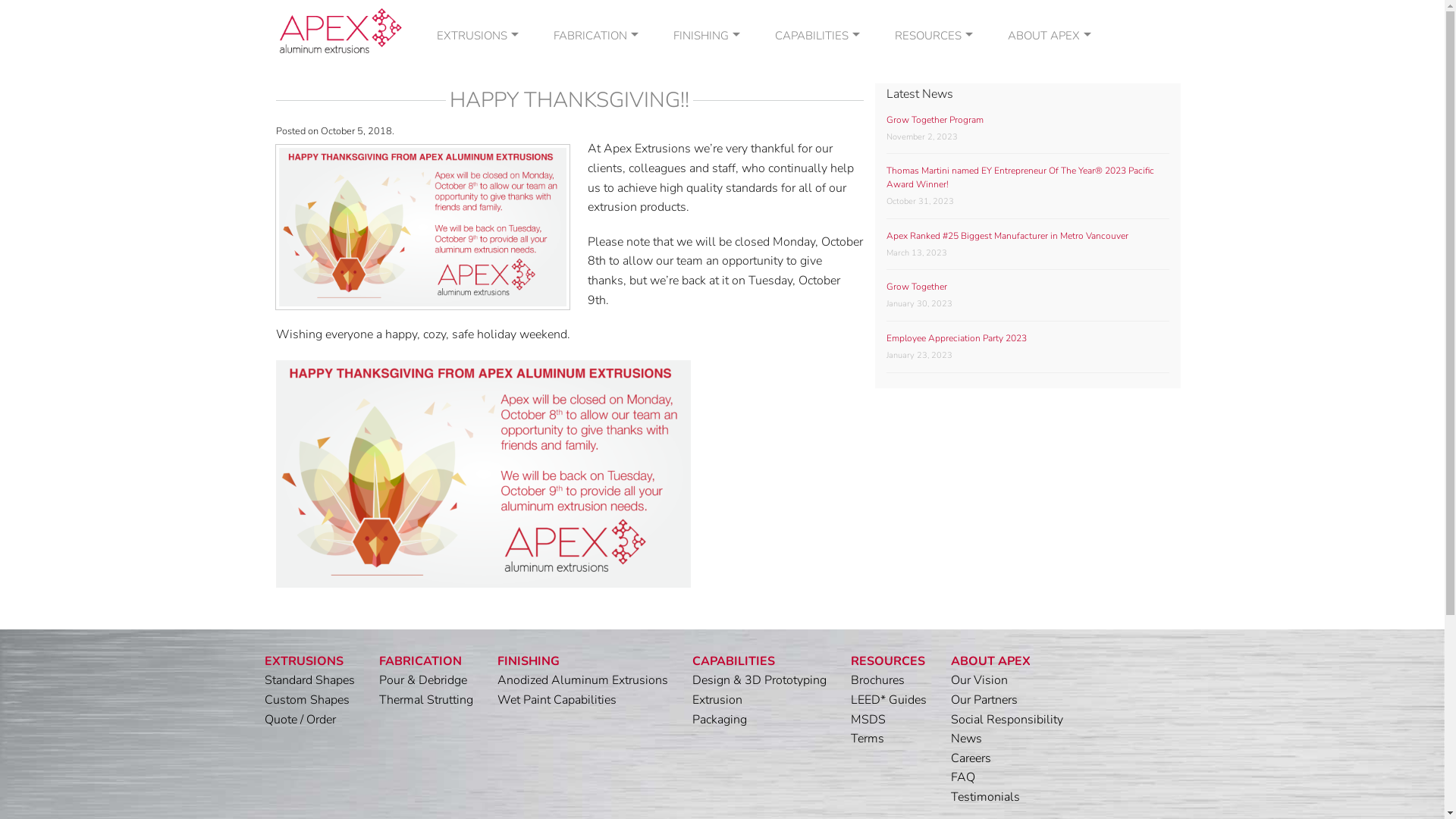  Describe the element at coordinates (1048, 35) in the screenshot. I see `'ABOUT APEX'` at that location.